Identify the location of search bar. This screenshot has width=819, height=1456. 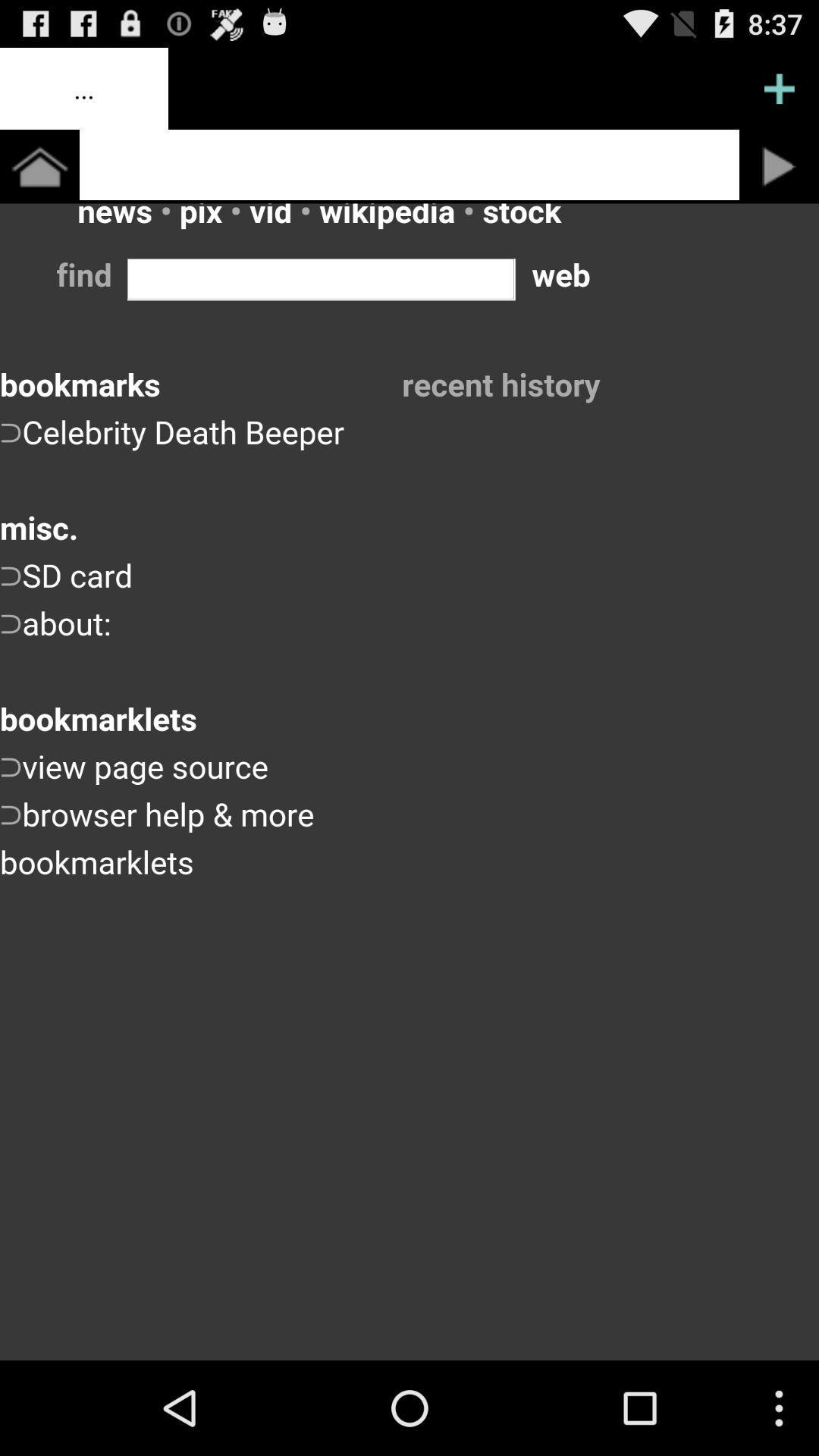
(409, 165).